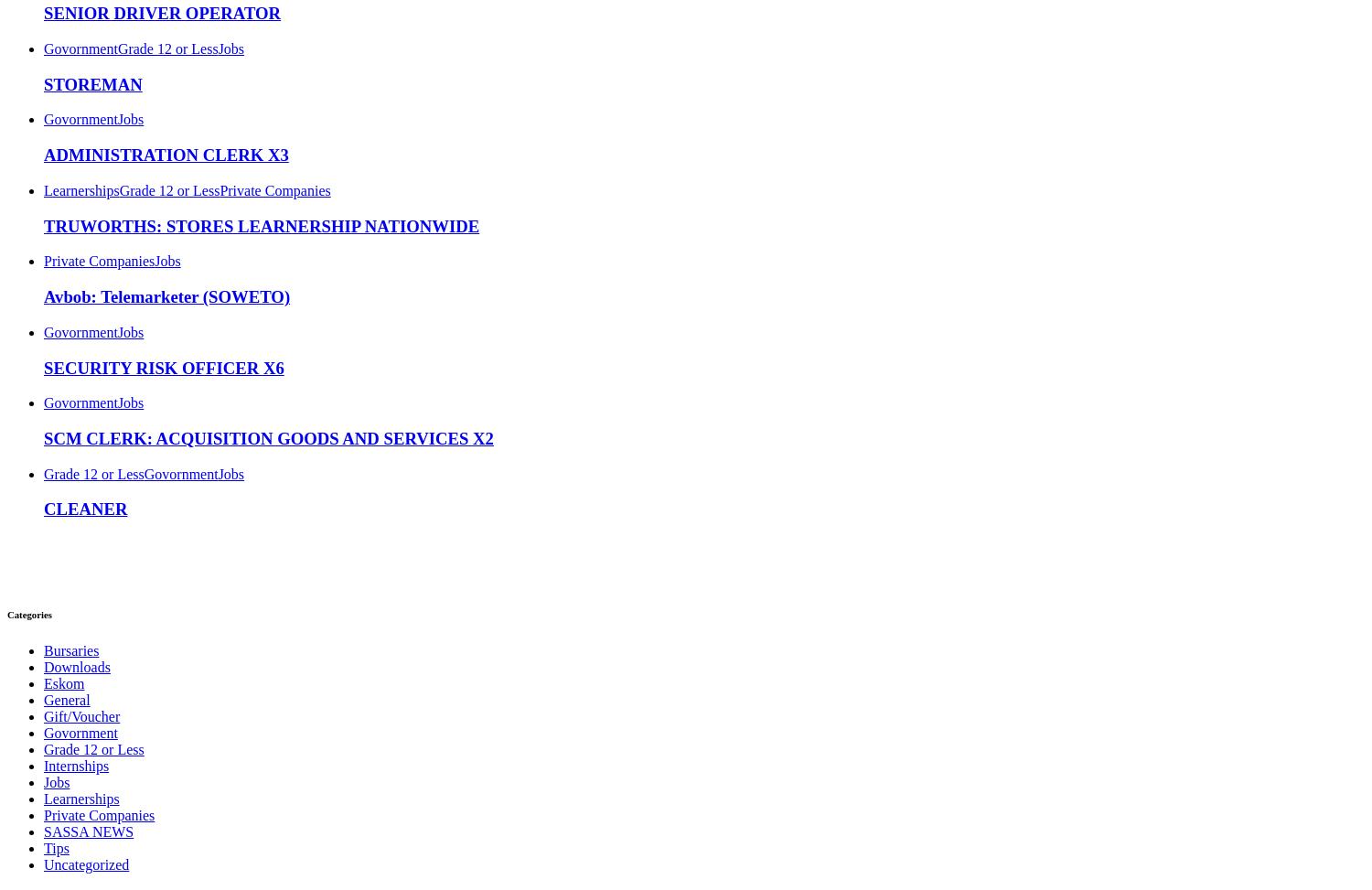 The width and height of the screenshot is (1372, 890). What do you see at coordinates (166, 155) in the screenshot?
I see `'ADMINISTRATION CLERK X3'` at bounding box center [166, 155].